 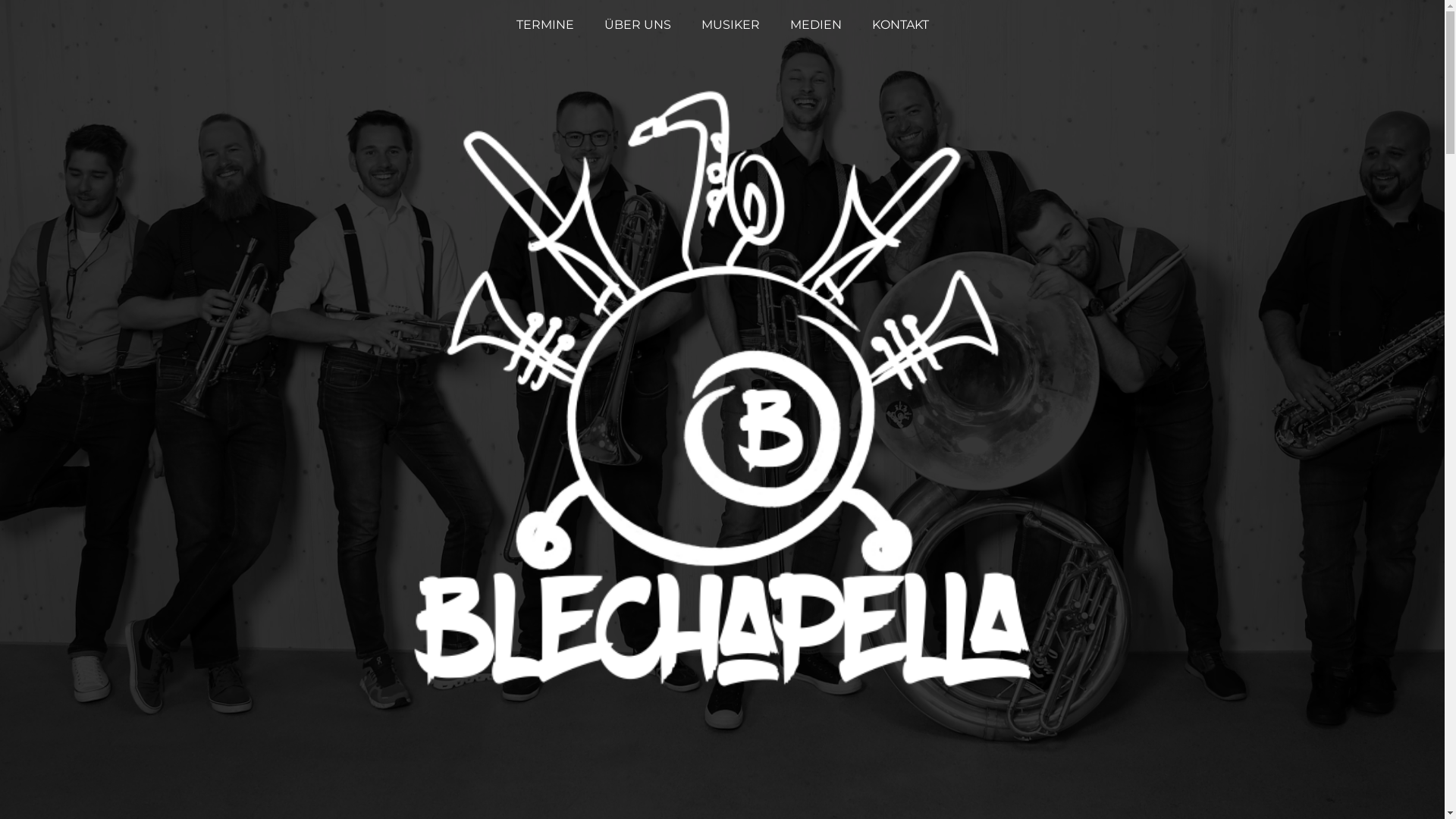 I want to click on 'MEDIEN', so click(x=814, y=25).